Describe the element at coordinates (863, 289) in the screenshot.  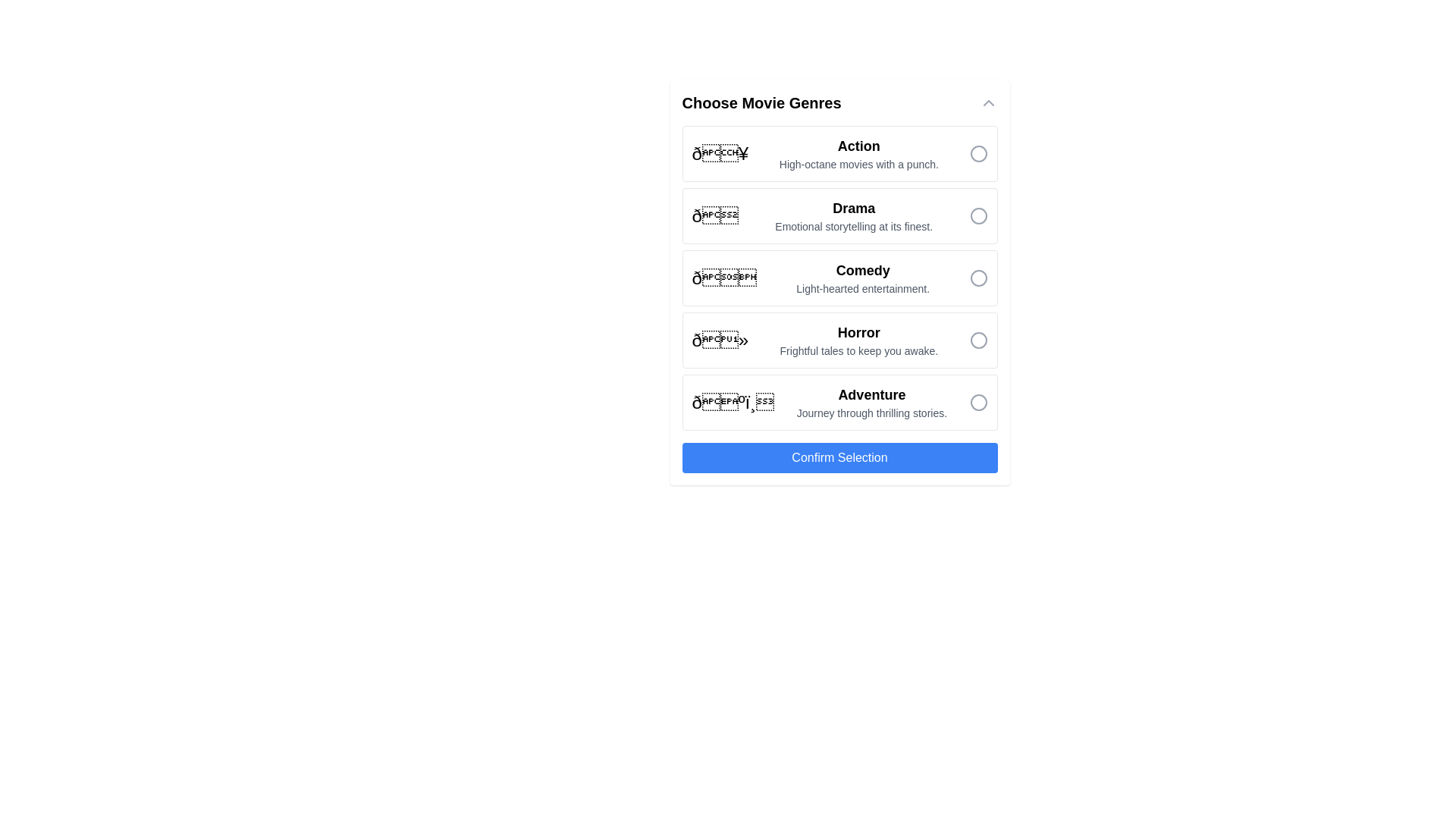
I see `the text element that states 'Light-hearted entertainment.' located below the 'Comedy' title in the 'Choose Movie Genres' selection panel` at that location.